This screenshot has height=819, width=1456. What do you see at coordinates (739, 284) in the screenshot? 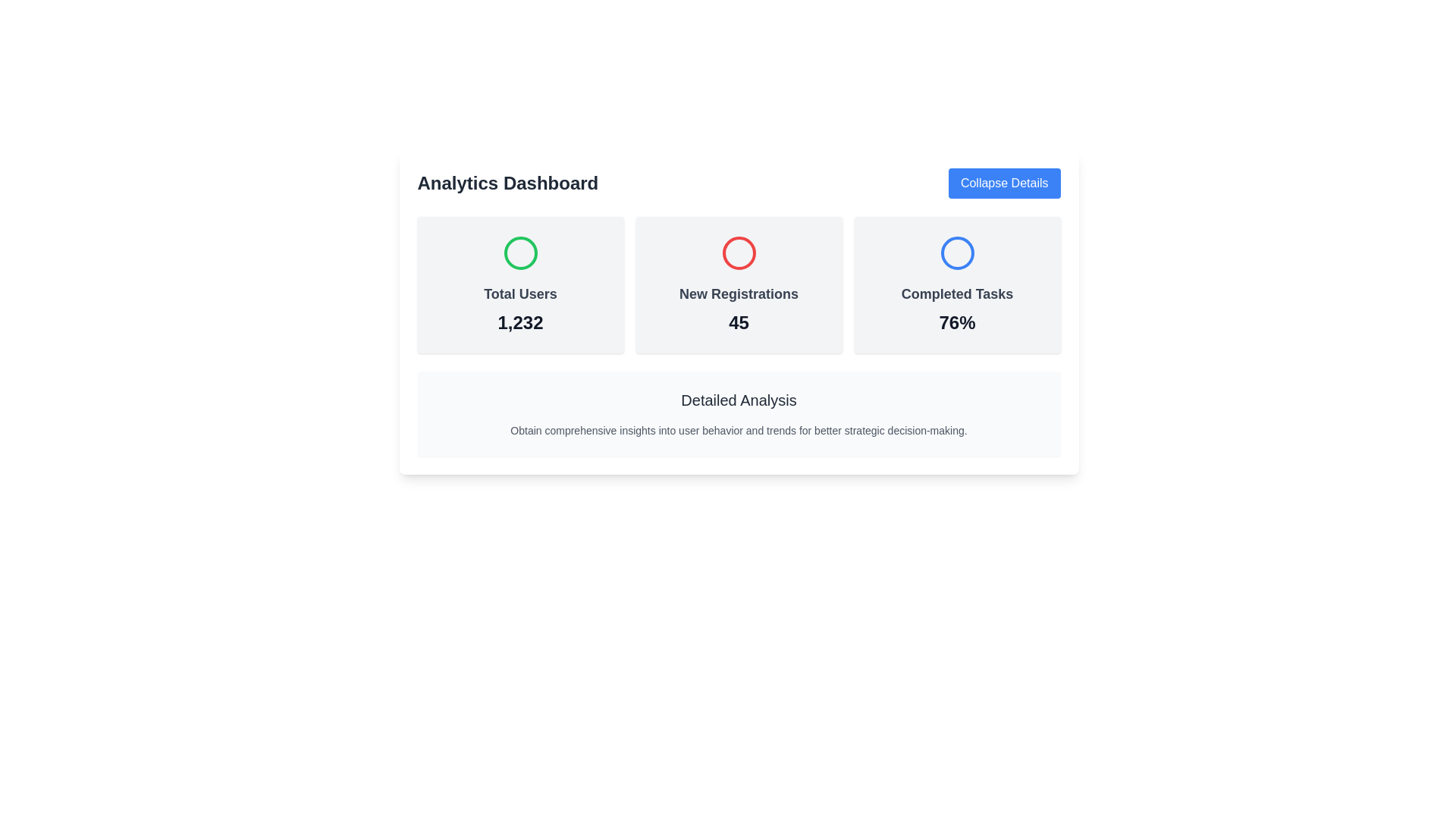
I see `the Dashboard summary card displaying 'New Registrations' with a bold number '45' at the bottom, which is the second card in a row of three cards` at bounding box center [739, 284].